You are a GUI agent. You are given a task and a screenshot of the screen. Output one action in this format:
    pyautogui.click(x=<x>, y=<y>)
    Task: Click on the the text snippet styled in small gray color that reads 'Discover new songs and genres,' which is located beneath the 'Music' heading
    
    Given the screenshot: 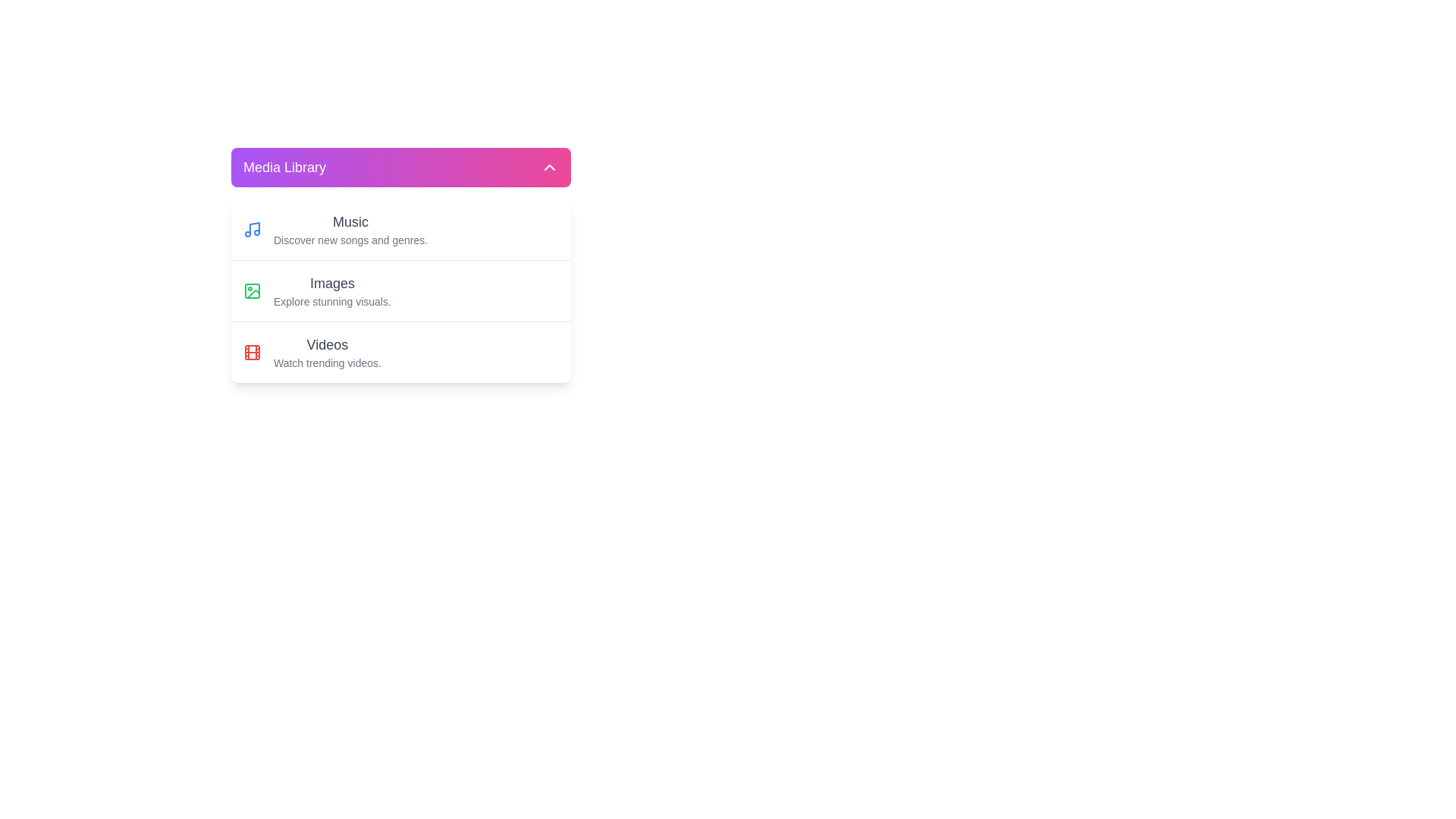 What is the action you would take?
    pyautogui.click(x=350, y=239)
    